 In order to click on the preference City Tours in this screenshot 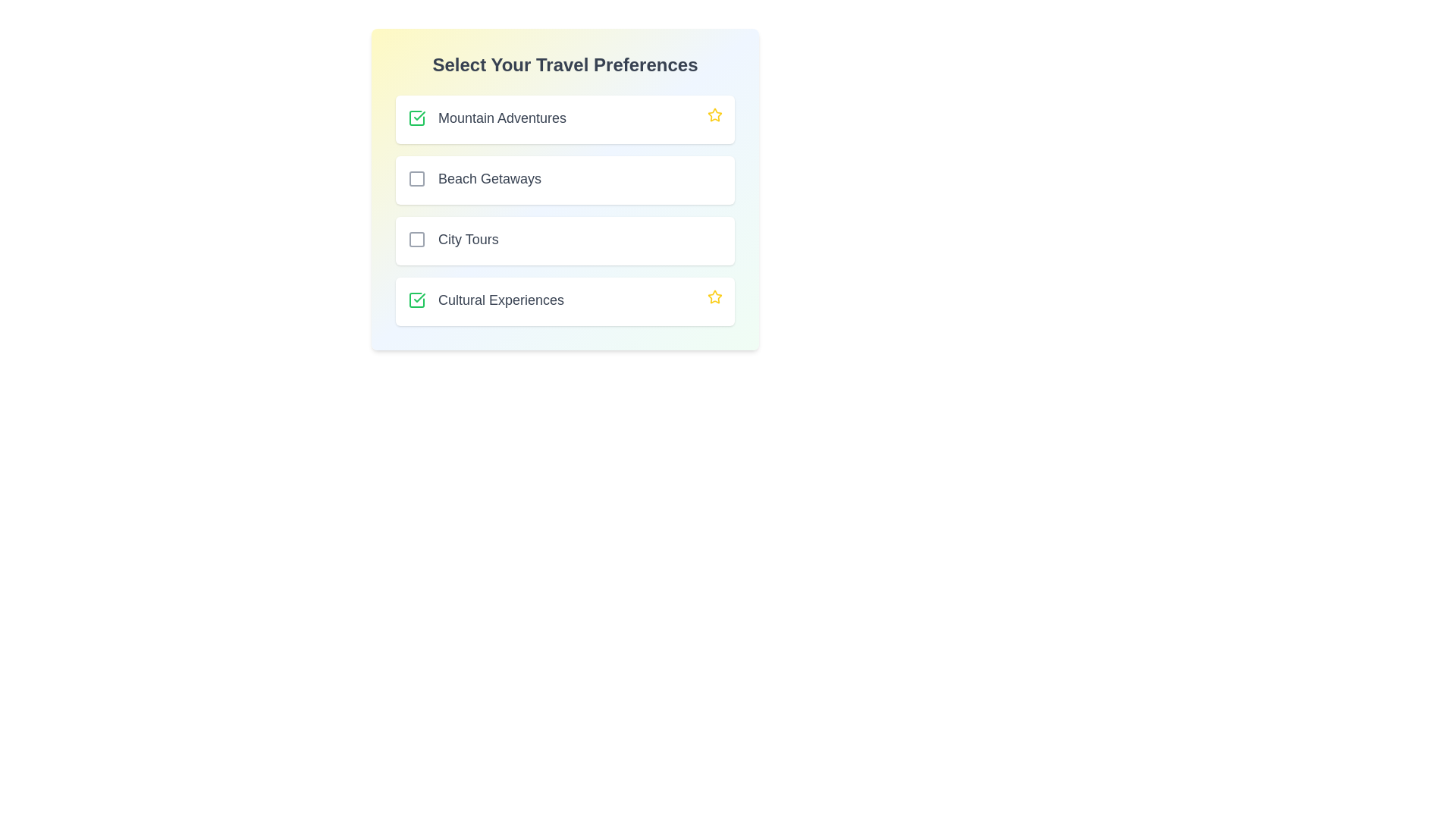, I will do `click(417, 239)`.